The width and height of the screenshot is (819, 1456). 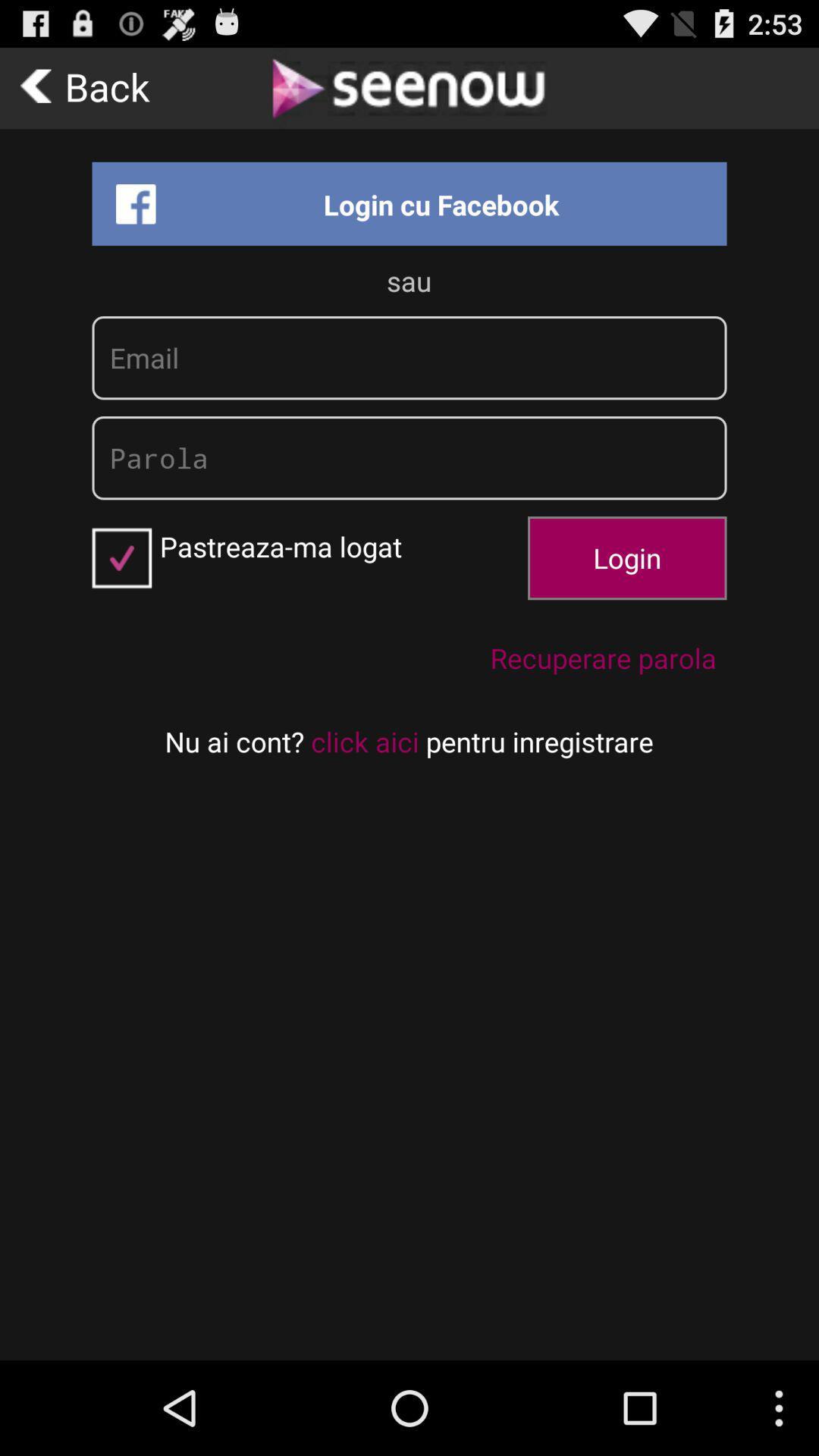 What do you see at coordinates (408, 742) in the screenshot?
I see `the text on the bottom line of the web page` at bounding box center [408, 742].